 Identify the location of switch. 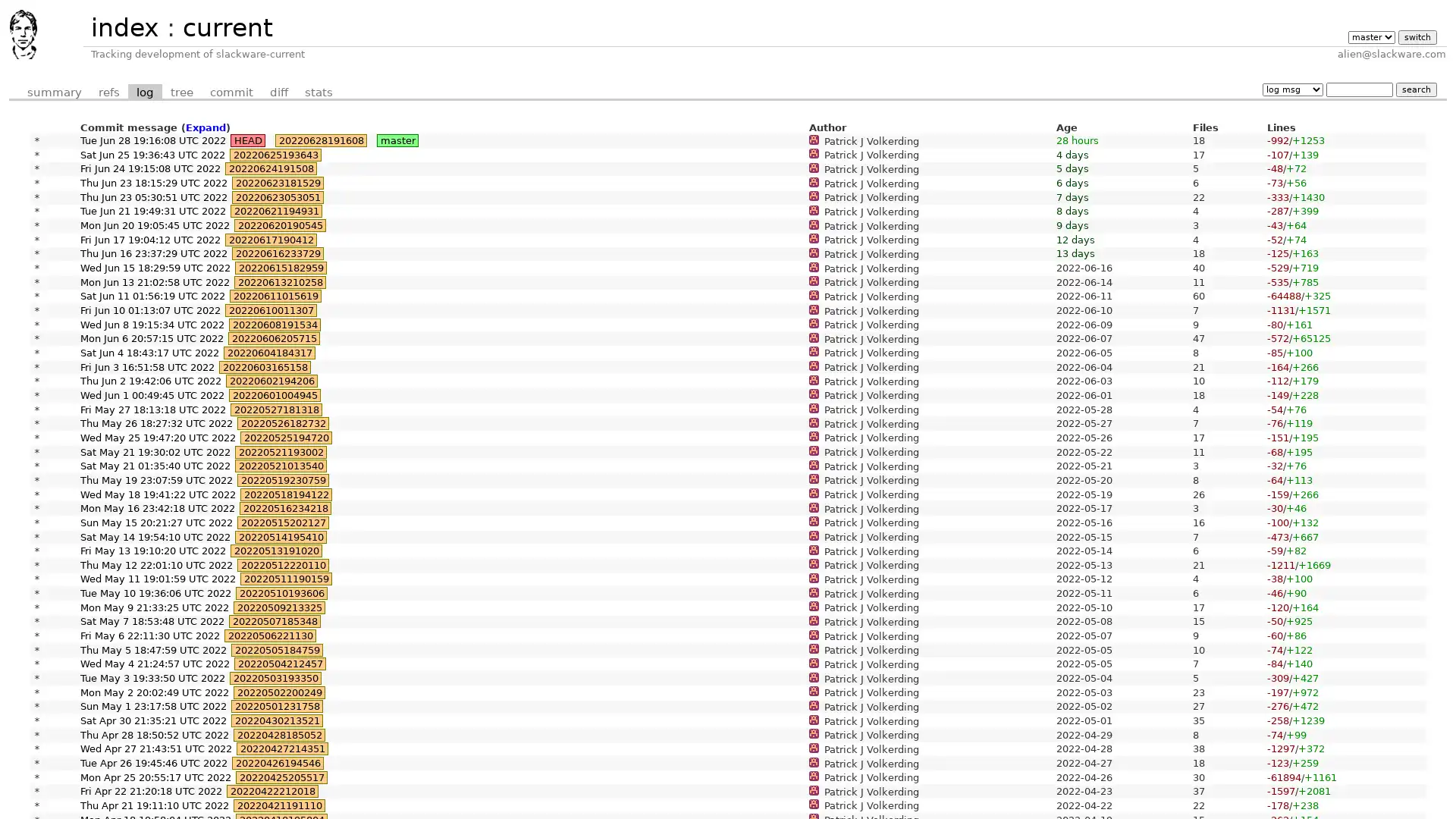
(1416, 36).